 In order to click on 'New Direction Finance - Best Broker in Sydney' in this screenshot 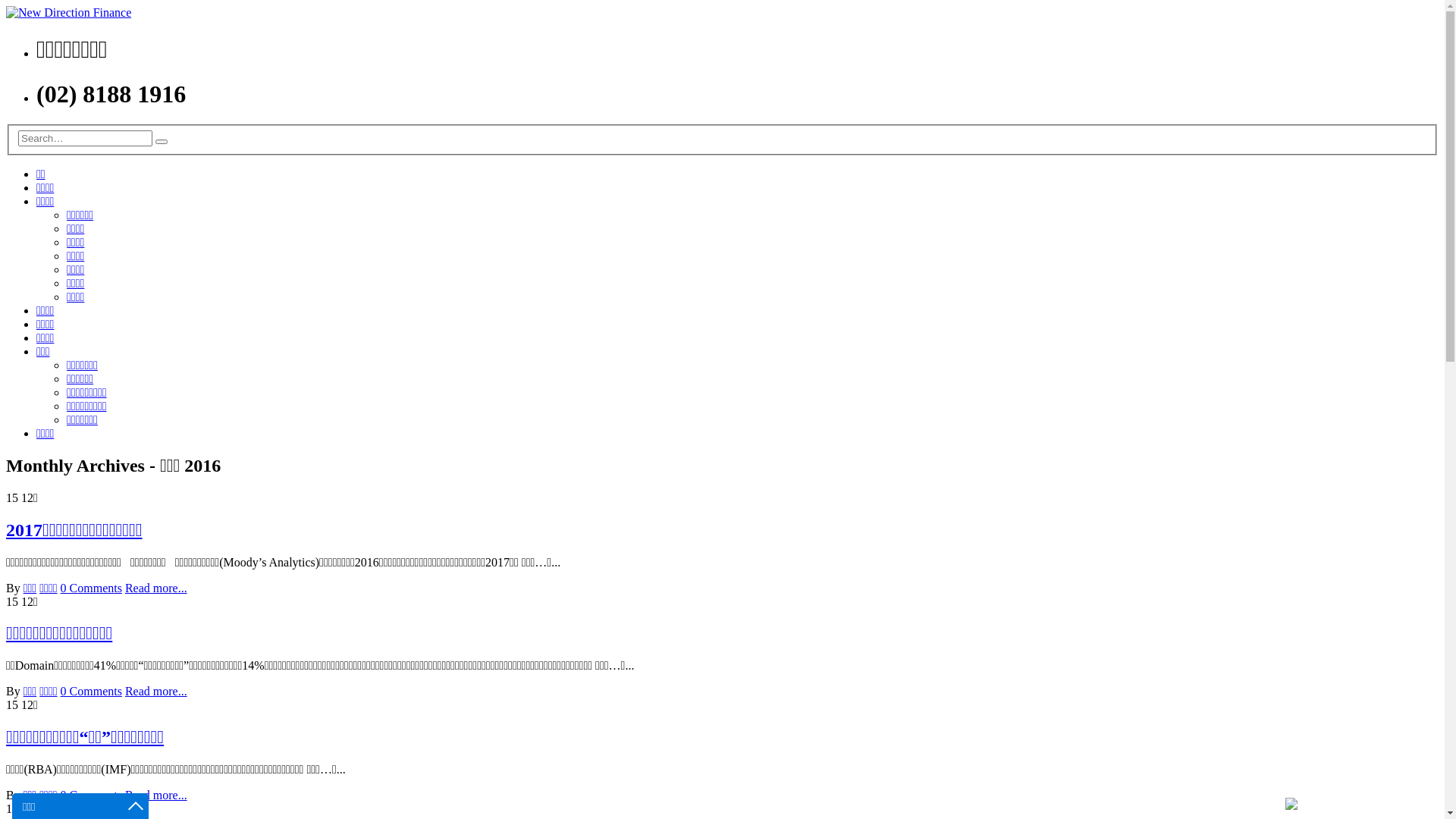, I will do `click(6, 12)`.